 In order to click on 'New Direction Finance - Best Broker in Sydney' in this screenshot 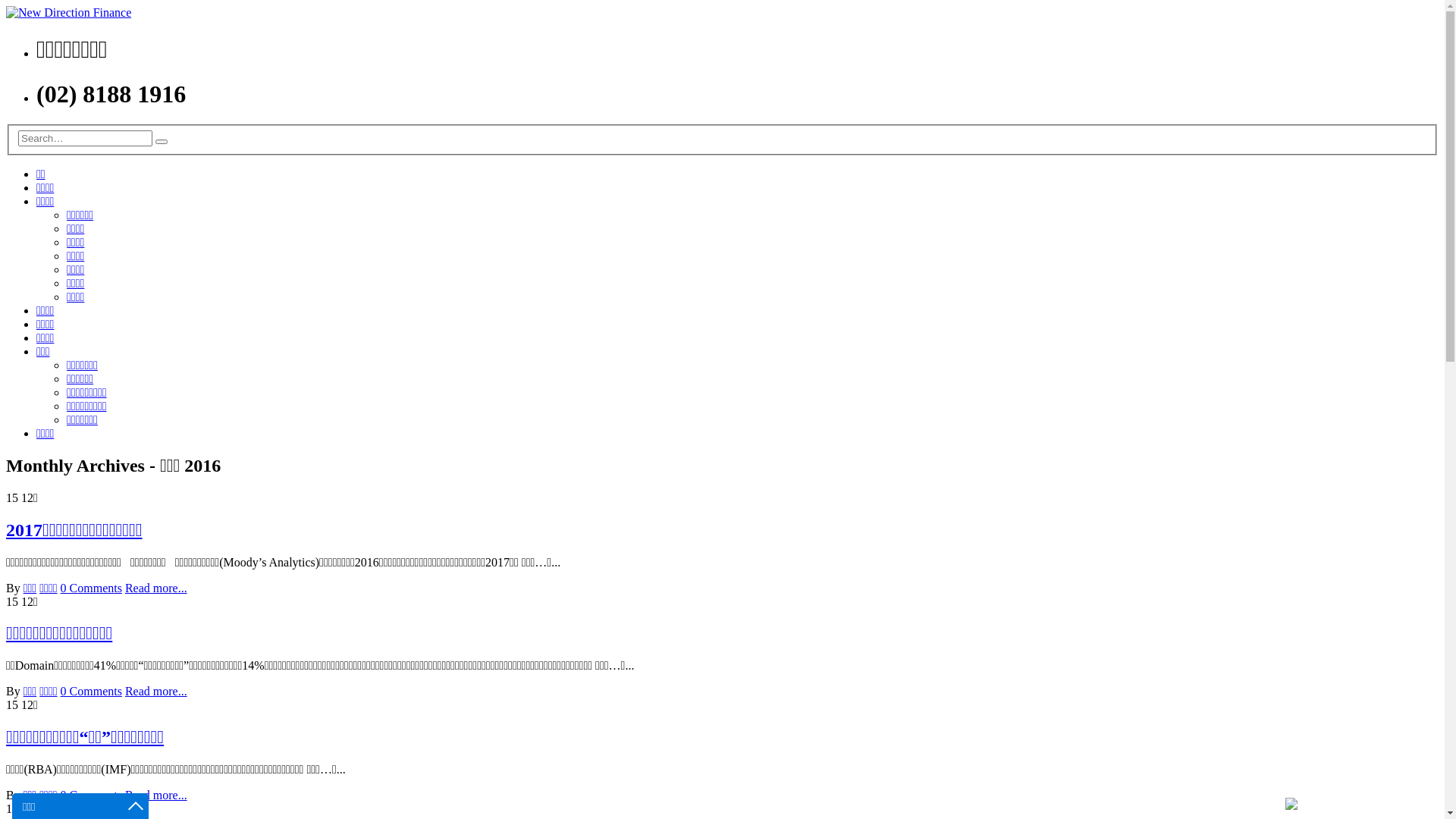, I will do `click(6, 12)`.